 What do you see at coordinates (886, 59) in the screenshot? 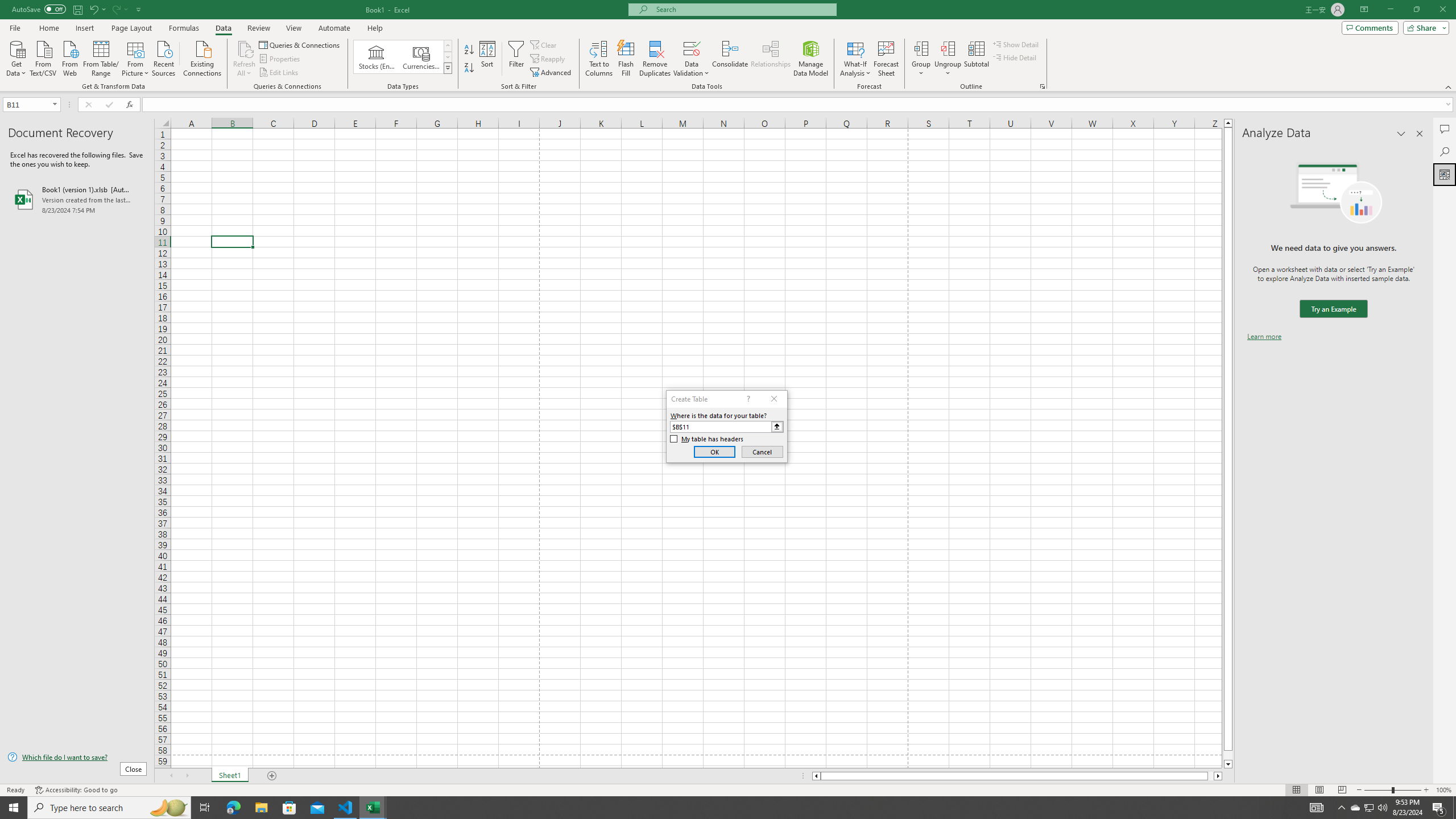
I see `'Forecast Sheet'` at bounding box center [886, 59].